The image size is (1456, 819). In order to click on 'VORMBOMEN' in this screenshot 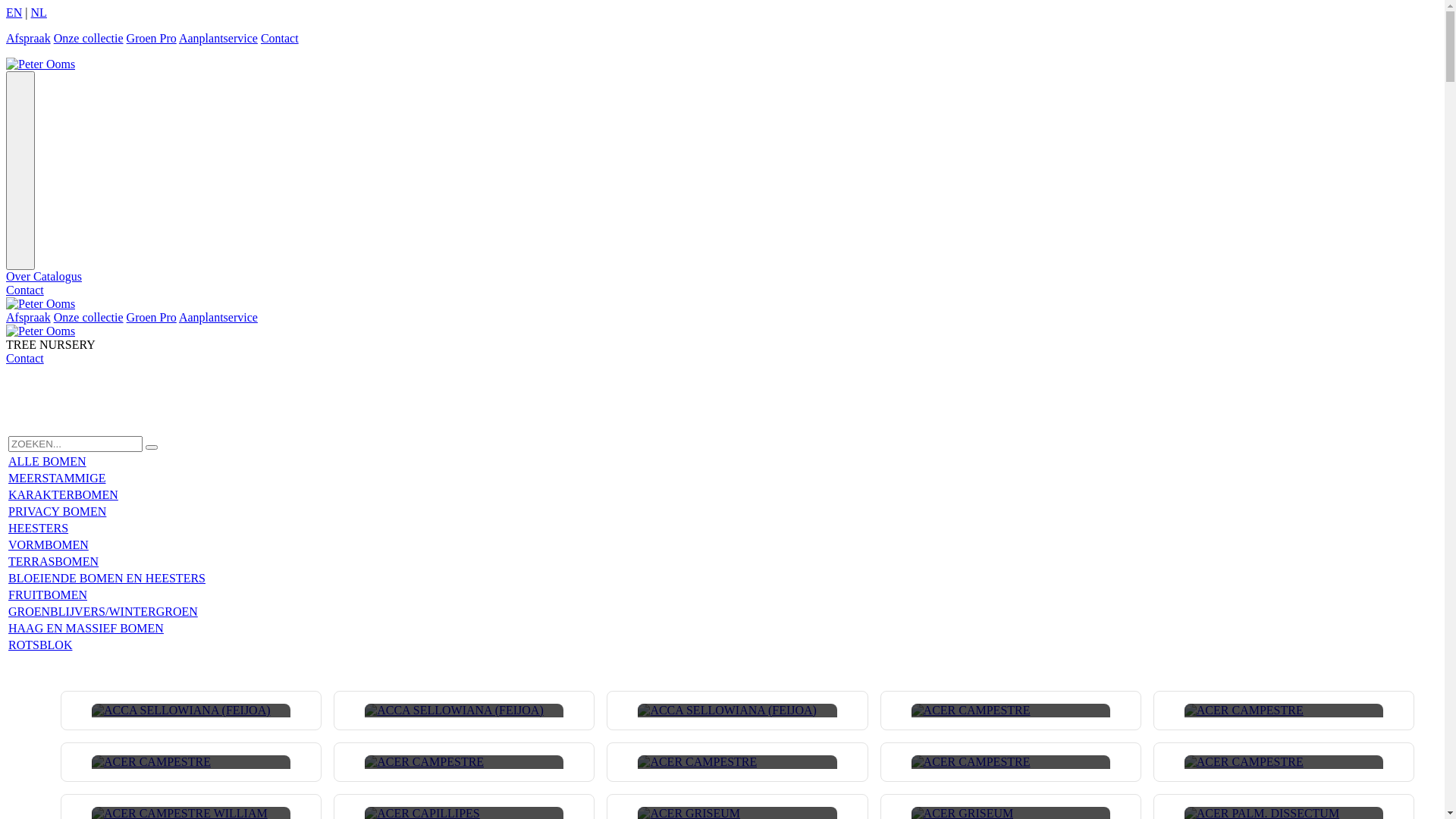, I will do `click(8, 544)`.